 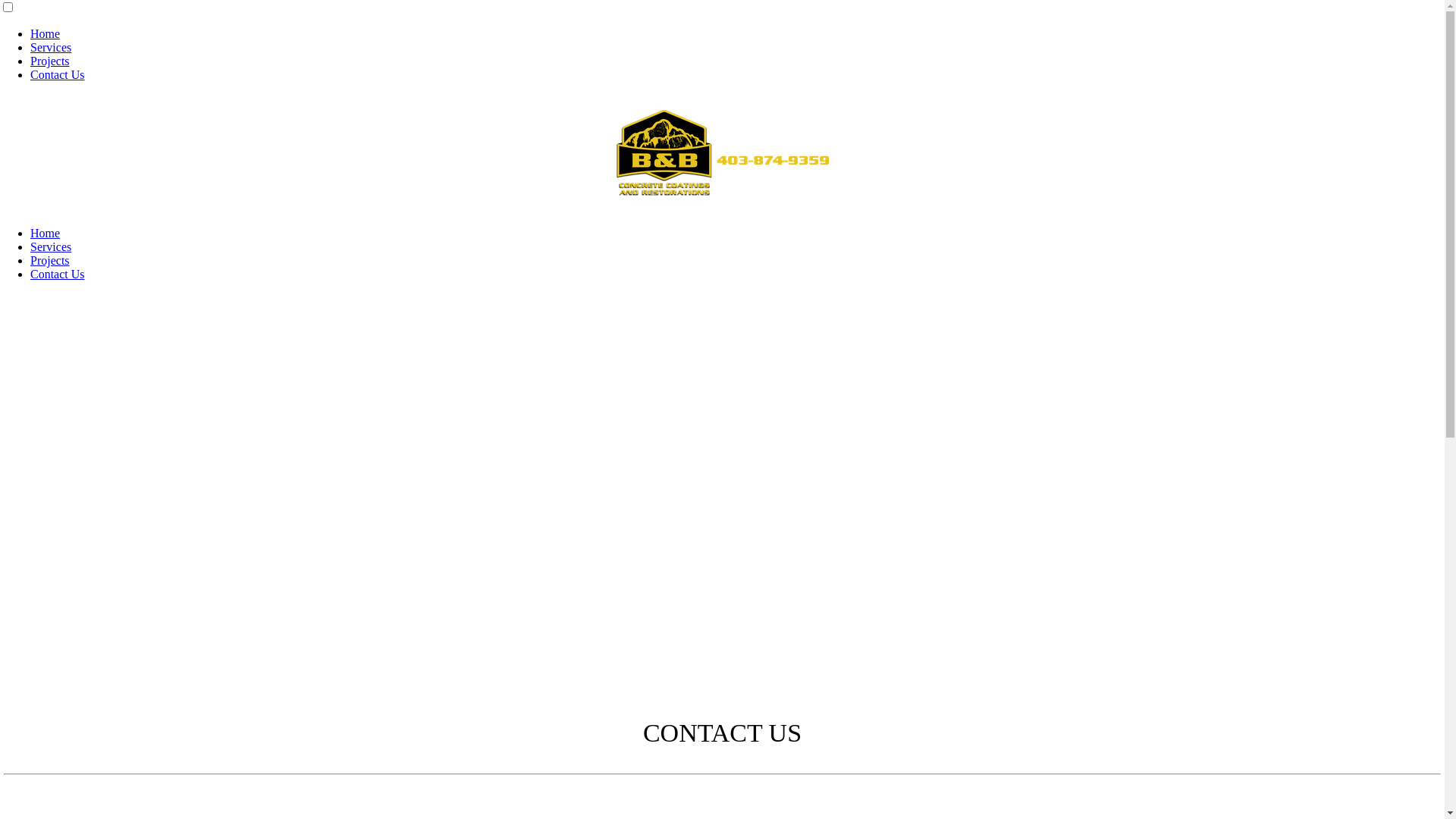 I want to click on 'Contact Us', so click(x=58, y=74).